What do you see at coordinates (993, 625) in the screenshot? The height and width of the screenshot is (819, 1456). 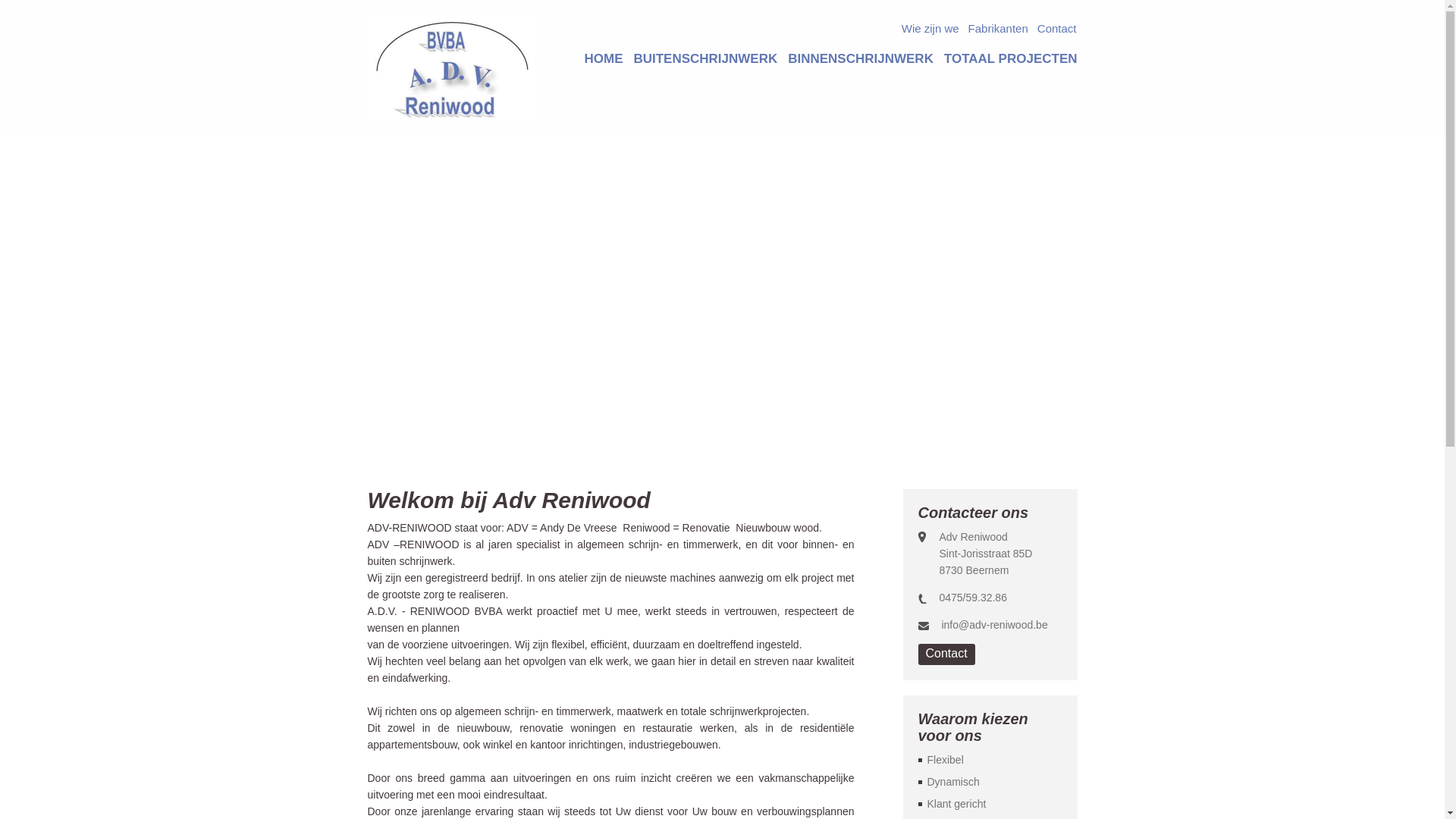 I see `'info@adv-reniwood.be'` at bounding box center [993, 625].